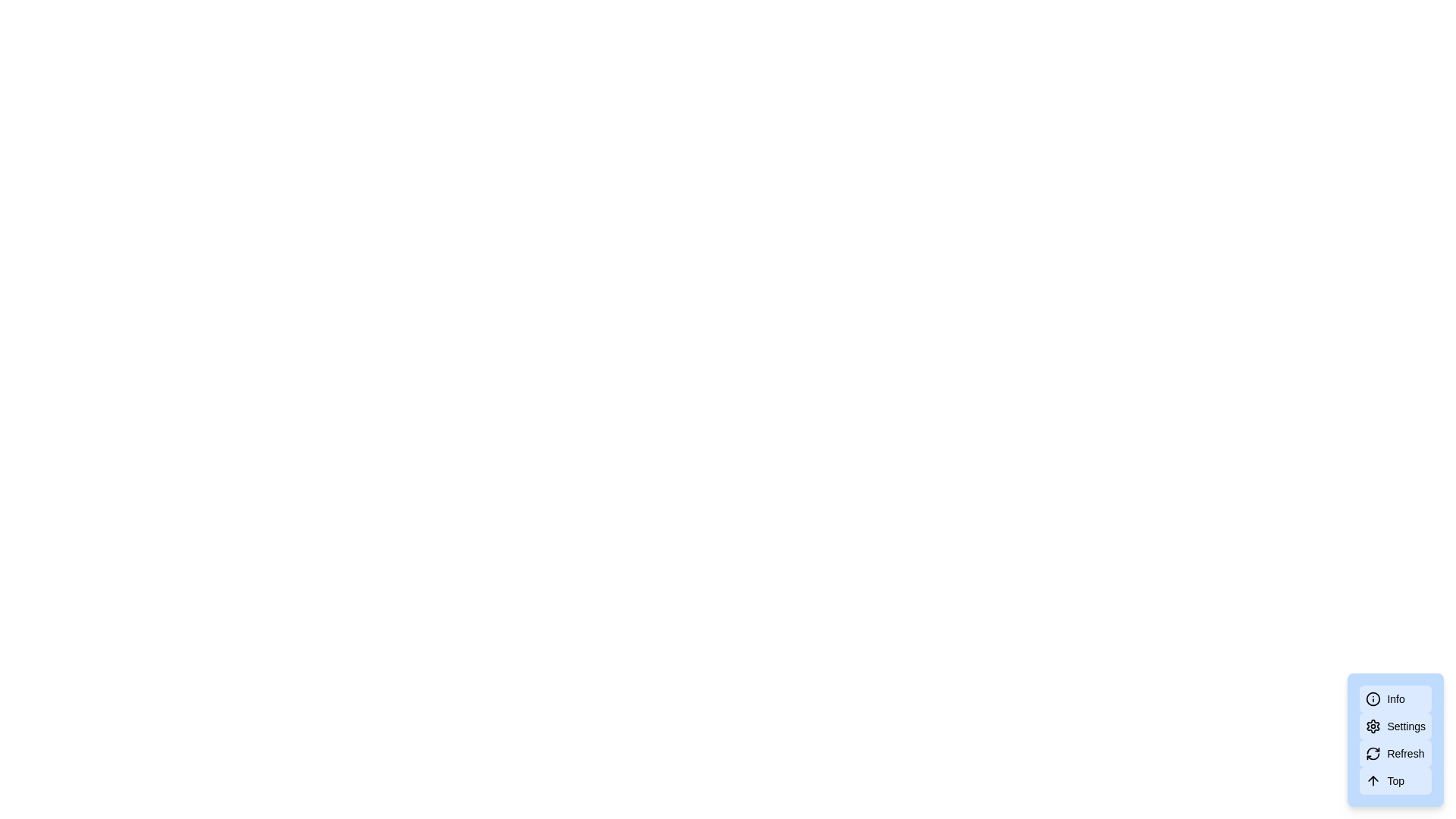 The height and width of the screenshot is (819, 1456). I want to click on the refresh button located as the third item in a vertical list of buttons, positioned in the bottom-right corner of the interface, to initiate refresh, so click(1395, 739).